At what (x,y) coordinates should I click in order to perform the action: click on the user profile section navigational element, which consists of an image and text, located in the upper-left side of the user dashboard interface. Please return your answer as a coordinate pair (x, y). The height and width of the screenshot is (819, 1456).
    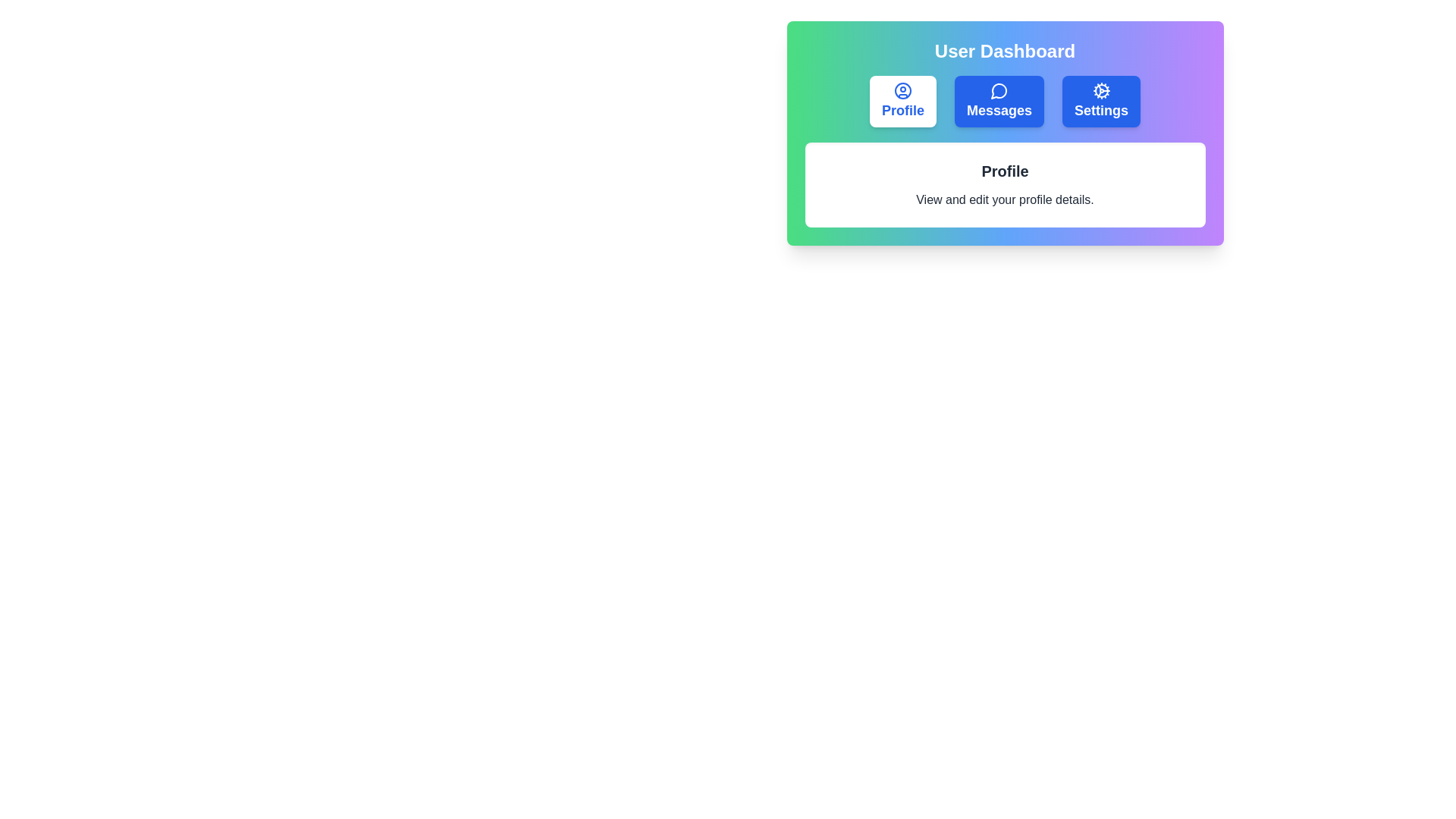
    Looking at the image, I should click on (902, 102).